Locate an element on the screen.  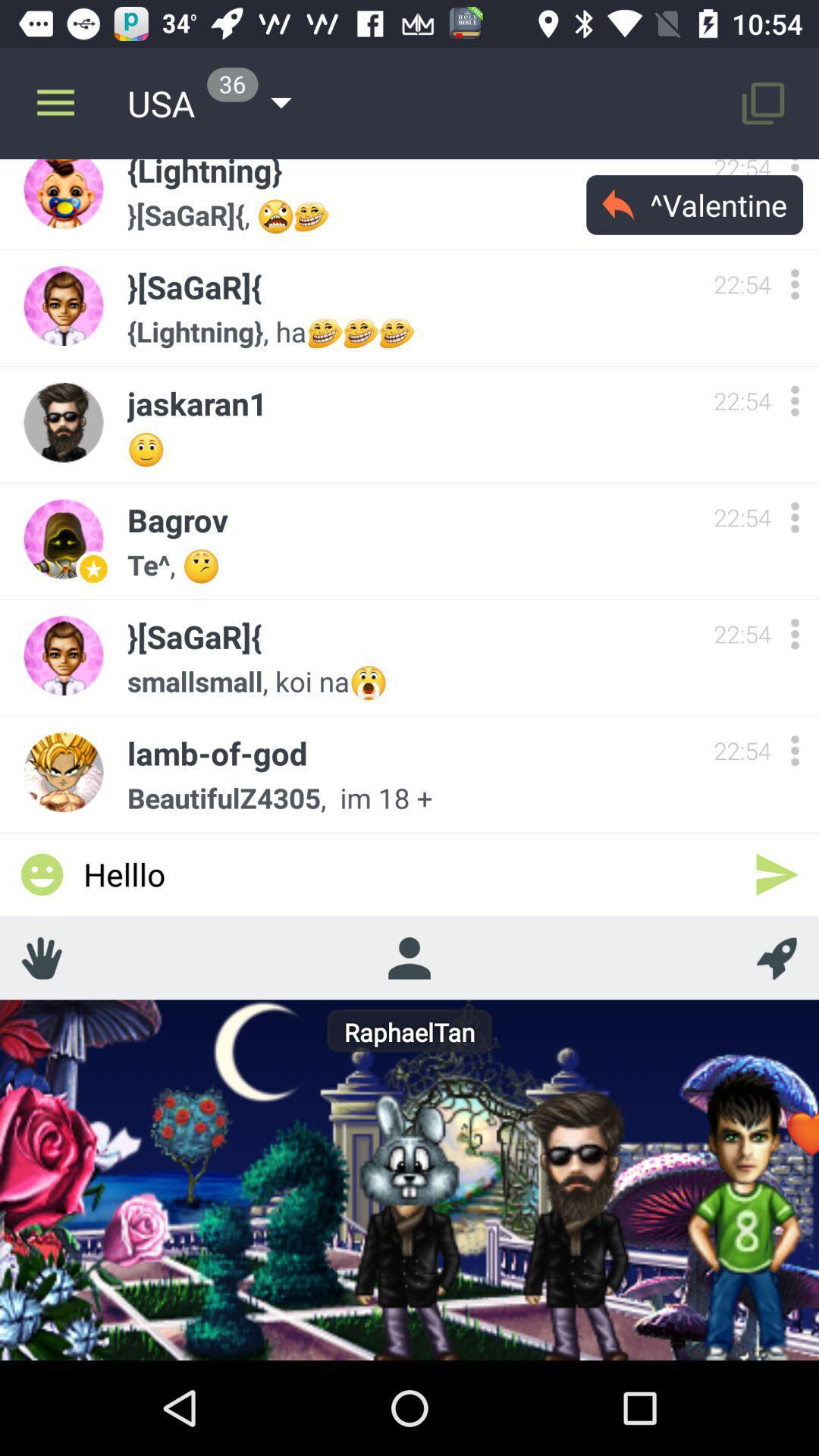
profiles is located at coordinates (408, 957).